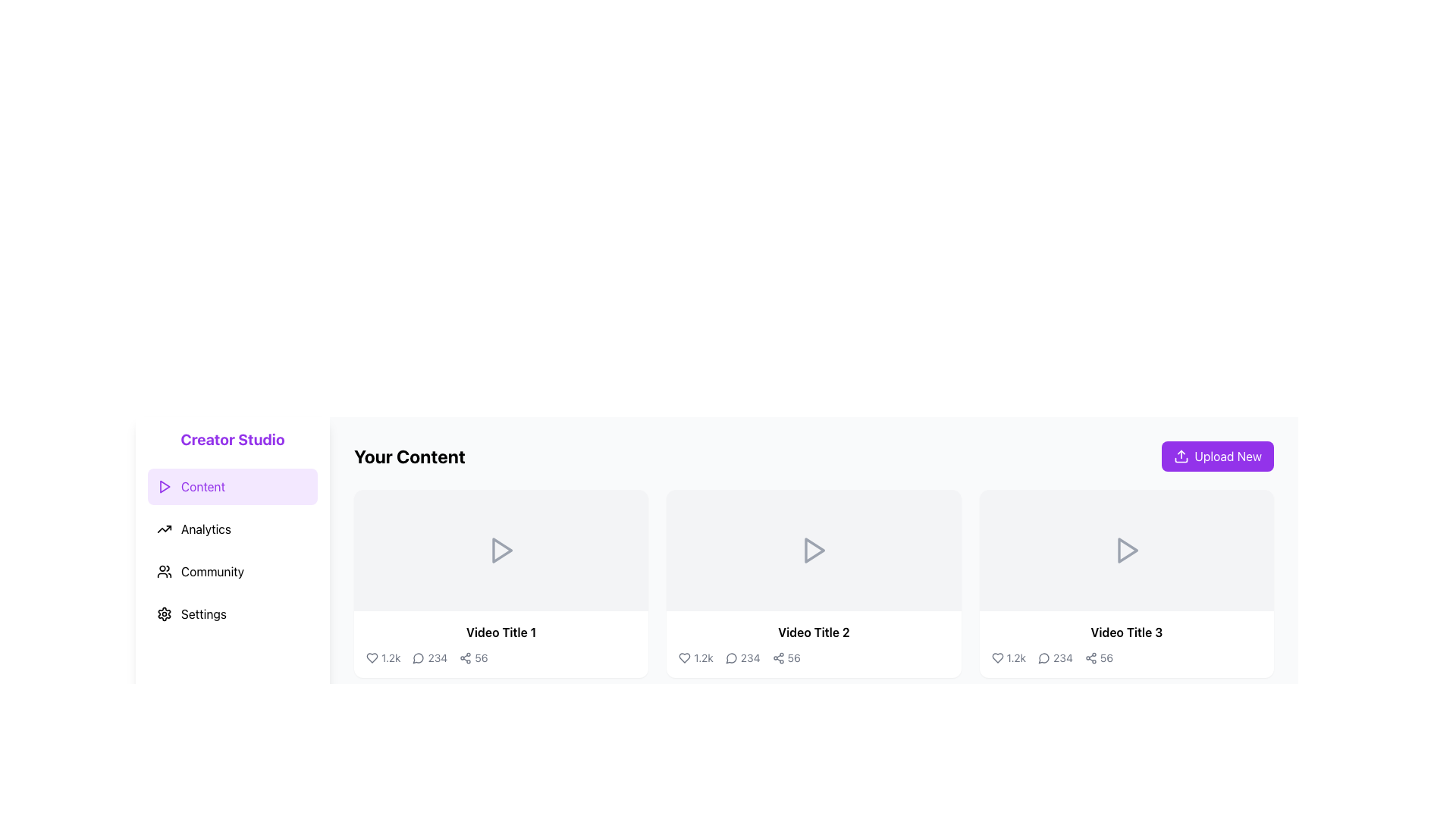 Image resolution: width=1456 pixels, height=819 pixels. What do you see at coordinates (813, 550) in the screenshot?
I see `the play button SVG graphic located in the second card of the three-column layout under the heading 'Your Content'` at bounding box center [813, 550].